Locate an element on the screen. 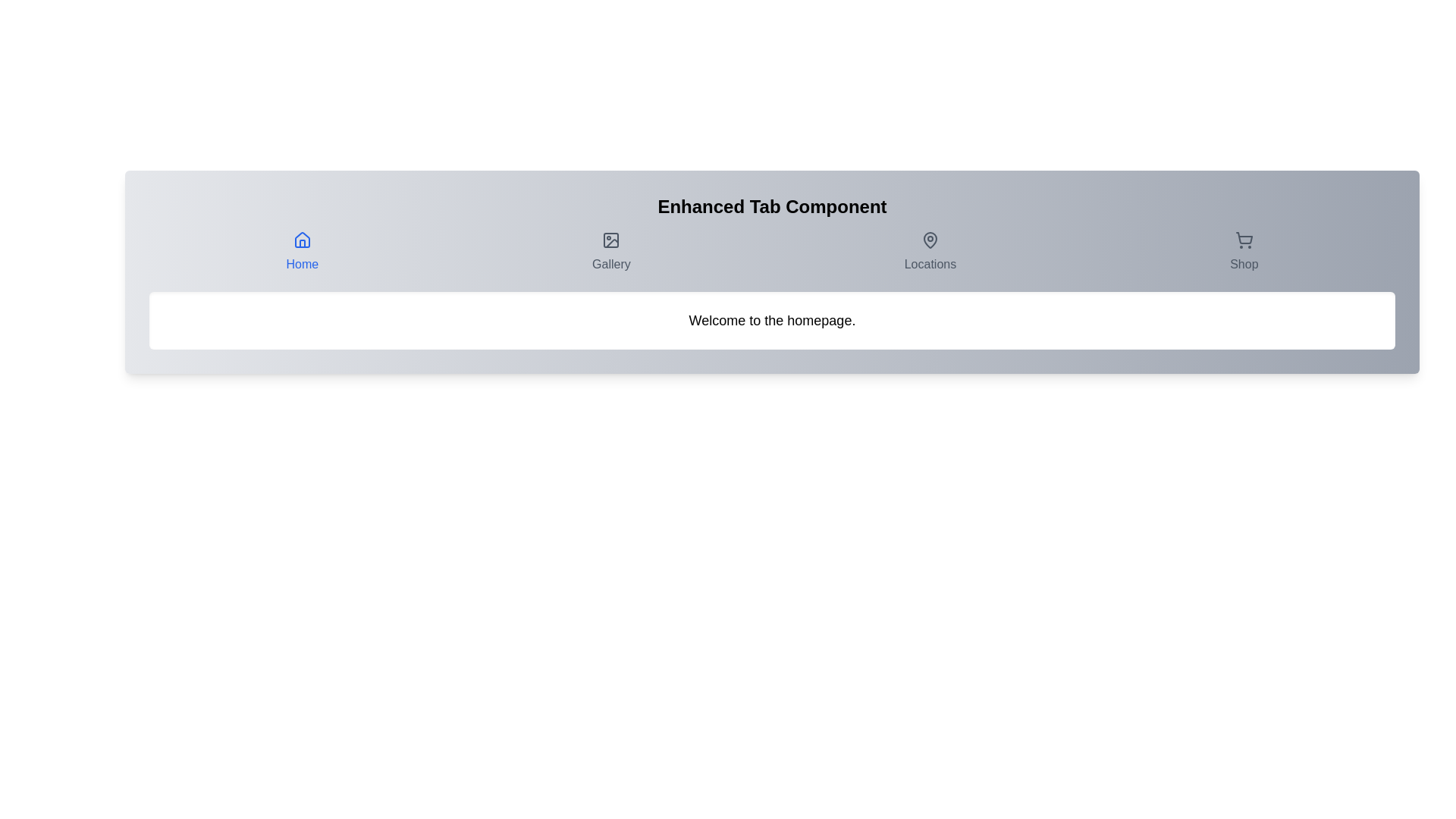 The height and width of the screenshot is (819, 1456). the image icon located in the 'Gallery' section of the top navigation bar, positioned between the 'Home' and 'Locations' sections is located at coordinates (611, 239).